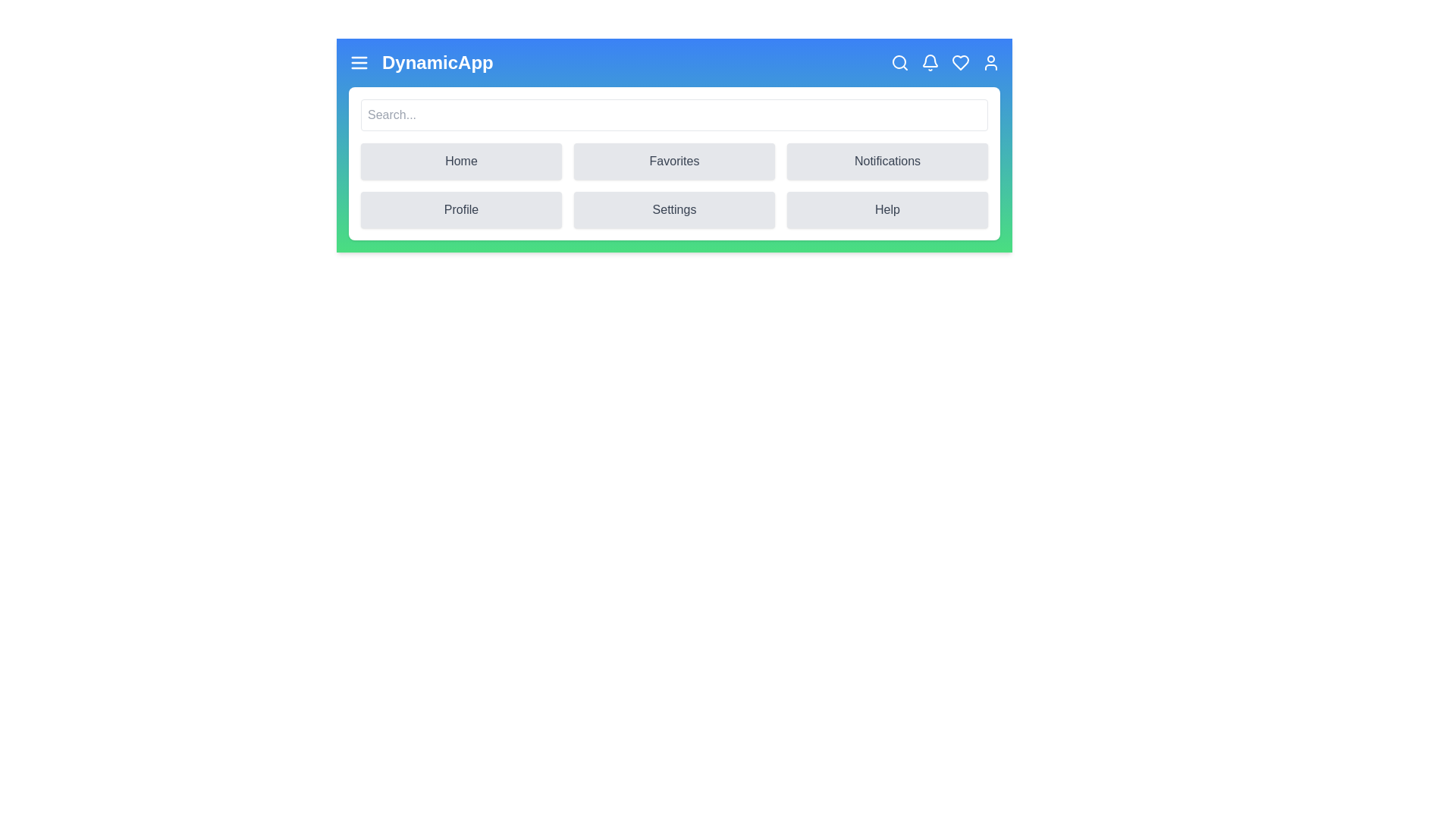 Image resolution: width=1456 pixels, height=819 pixels. I want to click on the search input field and type the text 'example', so click(673, 114).